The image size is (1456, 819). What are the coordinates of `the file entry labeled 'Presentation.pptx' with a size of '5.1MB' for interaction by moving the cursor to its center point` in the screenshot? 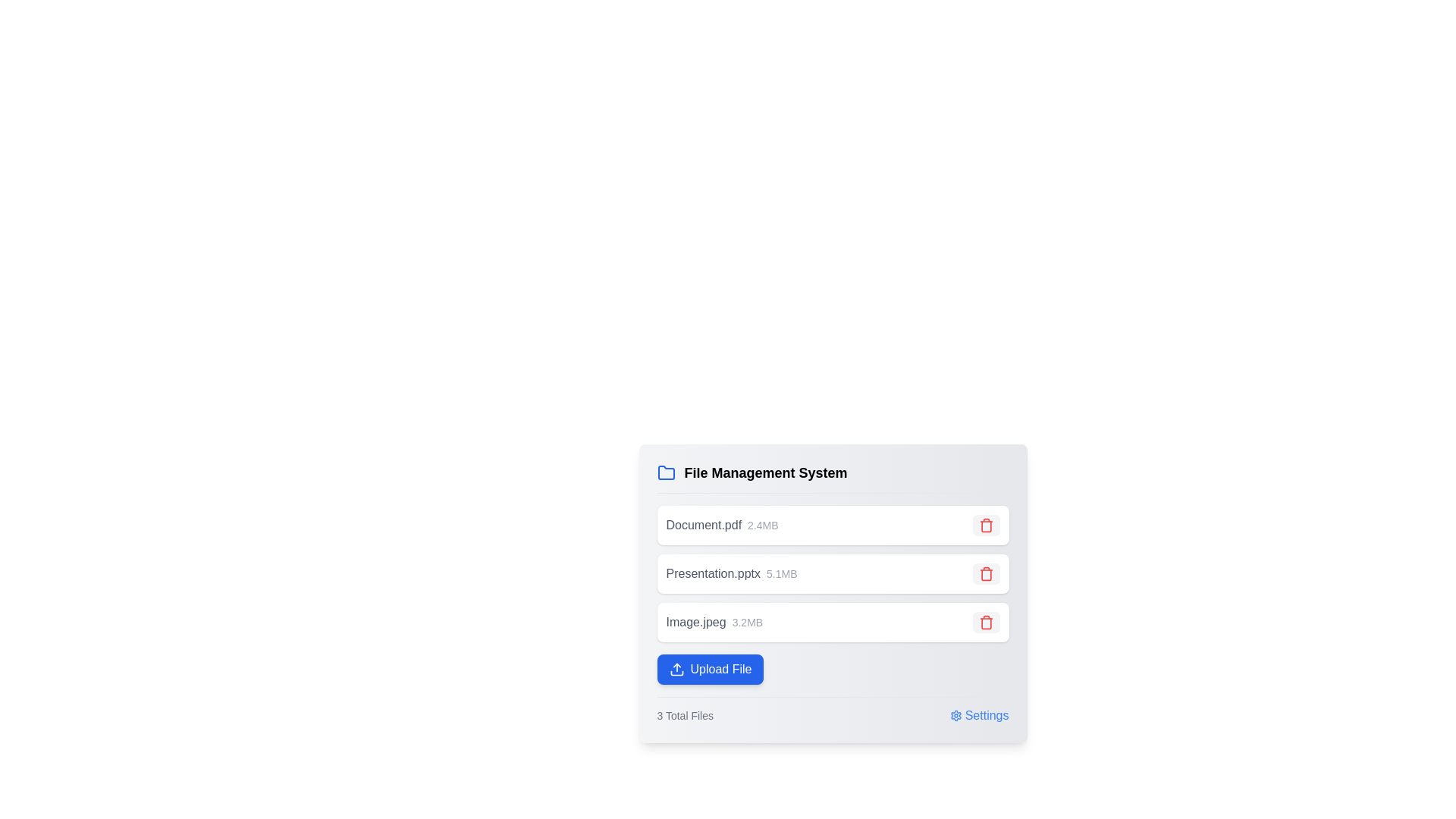 It's located at (832, 595).